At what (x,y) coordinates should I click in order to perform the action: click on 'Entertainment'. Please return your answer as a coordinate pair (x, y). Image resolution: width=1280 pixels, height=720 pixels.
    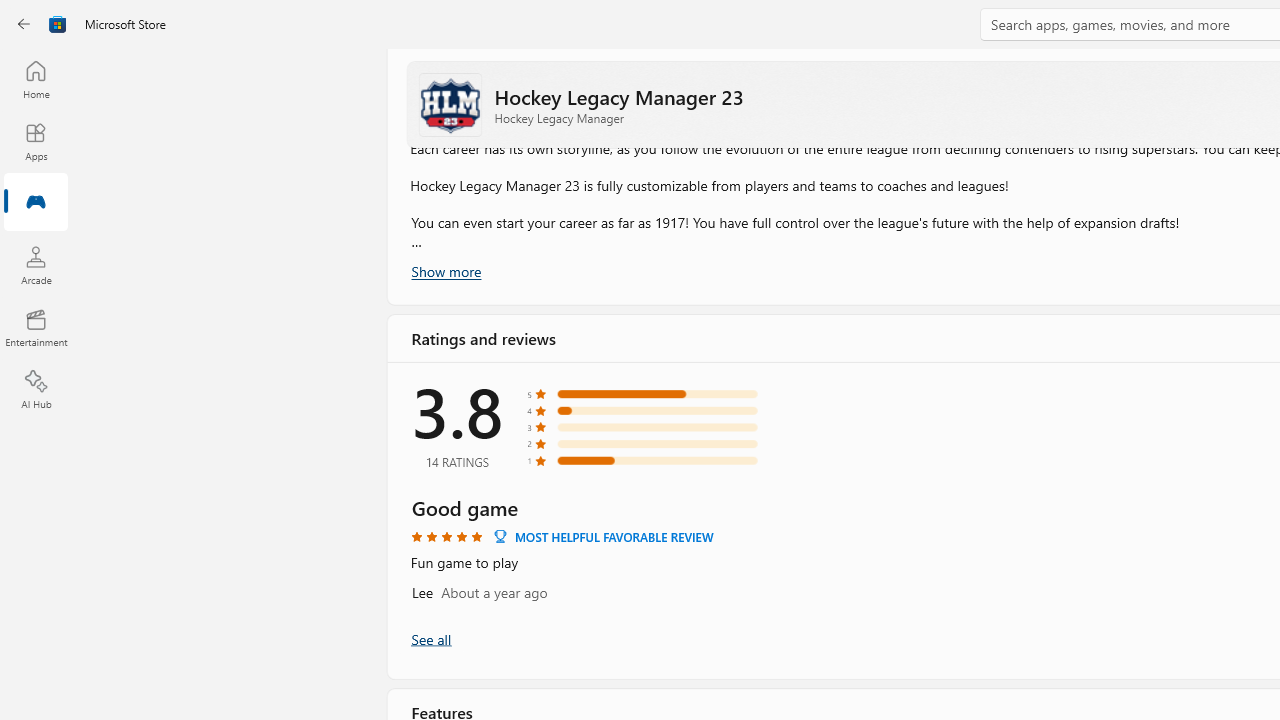
    Looking at the image, I should click on (35, 326).